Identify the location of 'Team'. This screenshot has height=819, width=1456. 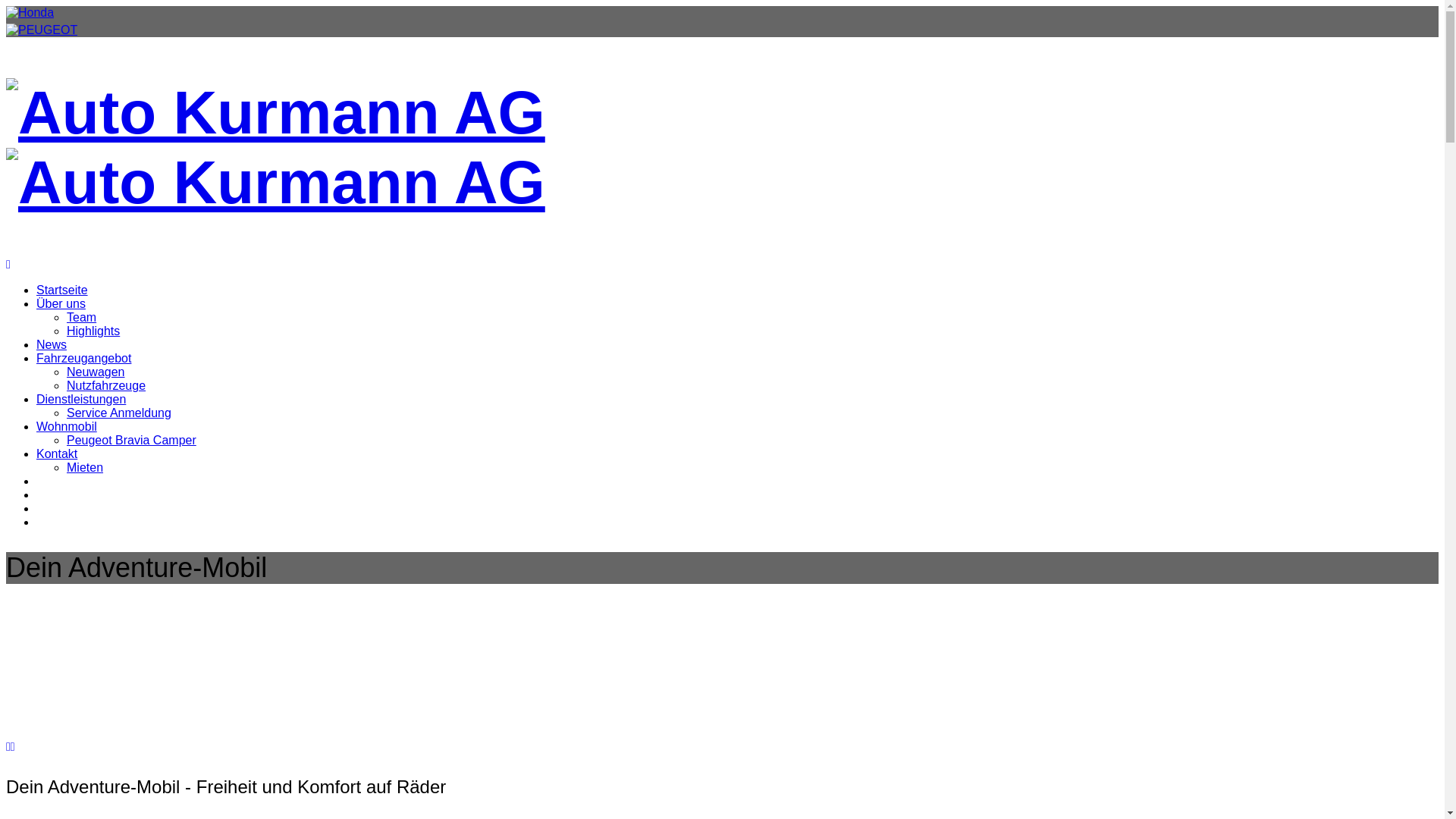
(65, 316).